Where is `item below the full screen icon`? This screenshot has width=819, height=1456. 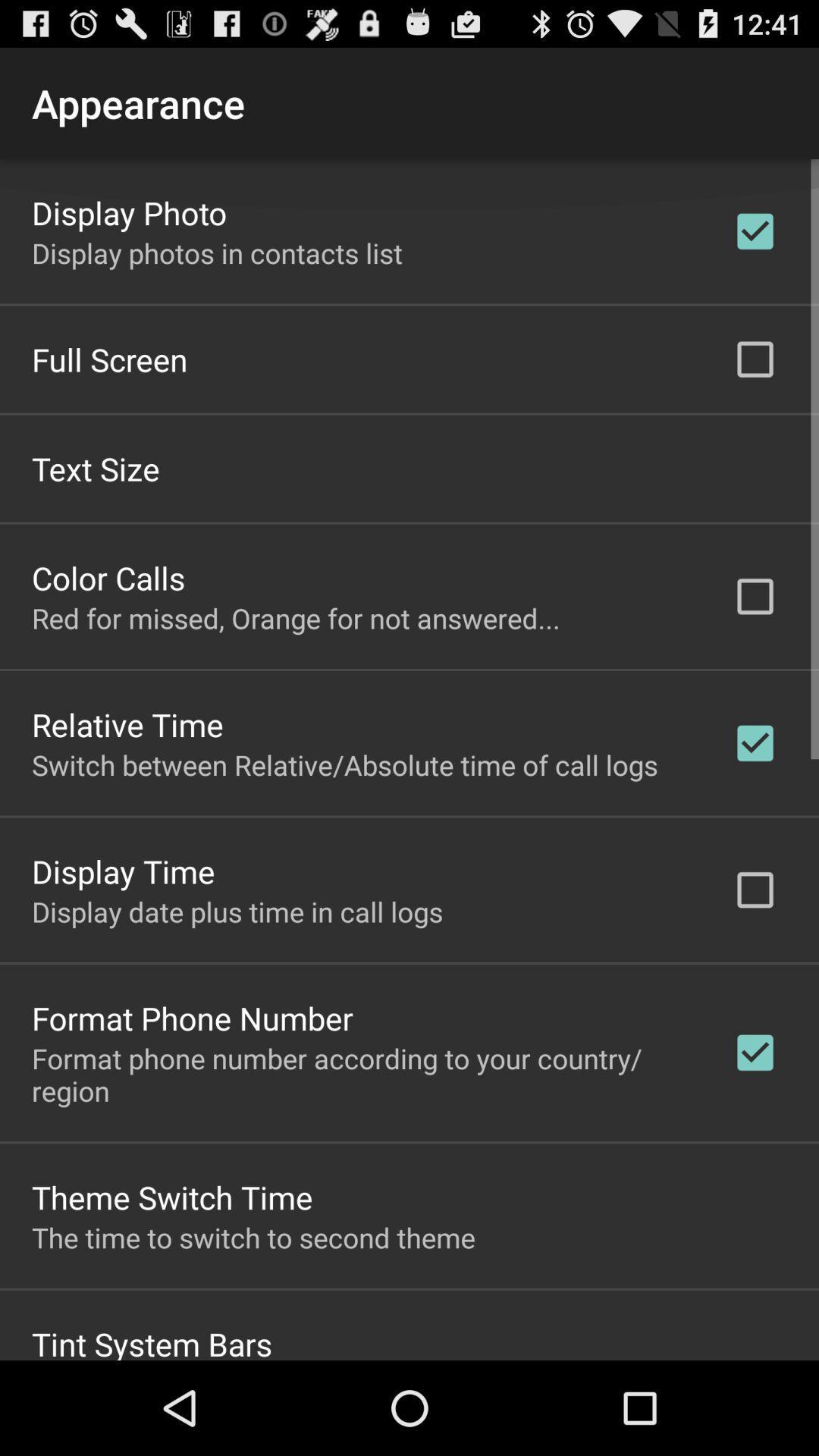 item below the full screen icon is located at coordinates (96, 467).